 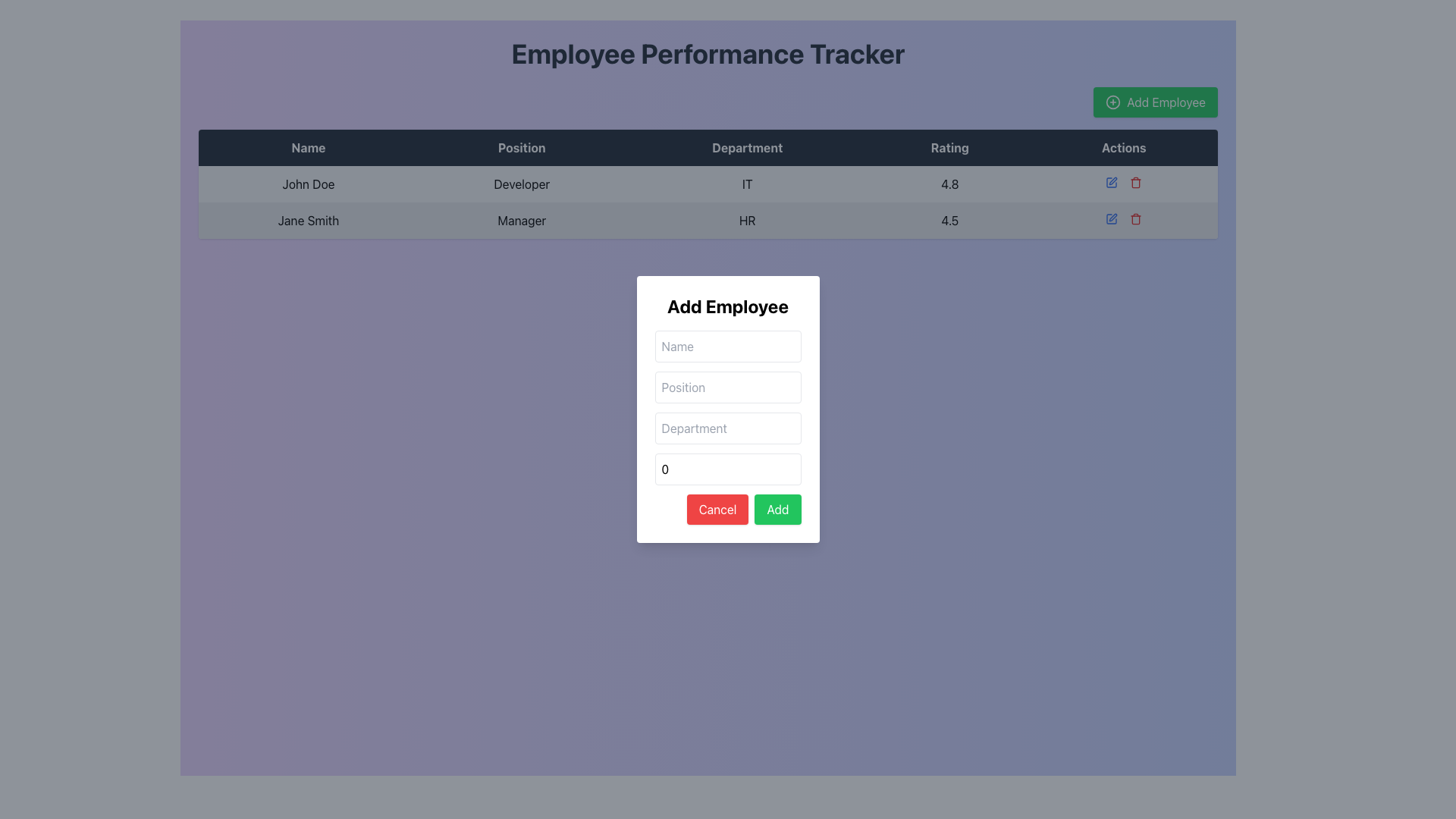 What do you see at coordinates (522, 148) in the screenshot?
I see `the 'Position' label, which is the second header in the row with a dark background and light-colored text, located between 'Name' and 'Department'` at bounding box center [522, 148].